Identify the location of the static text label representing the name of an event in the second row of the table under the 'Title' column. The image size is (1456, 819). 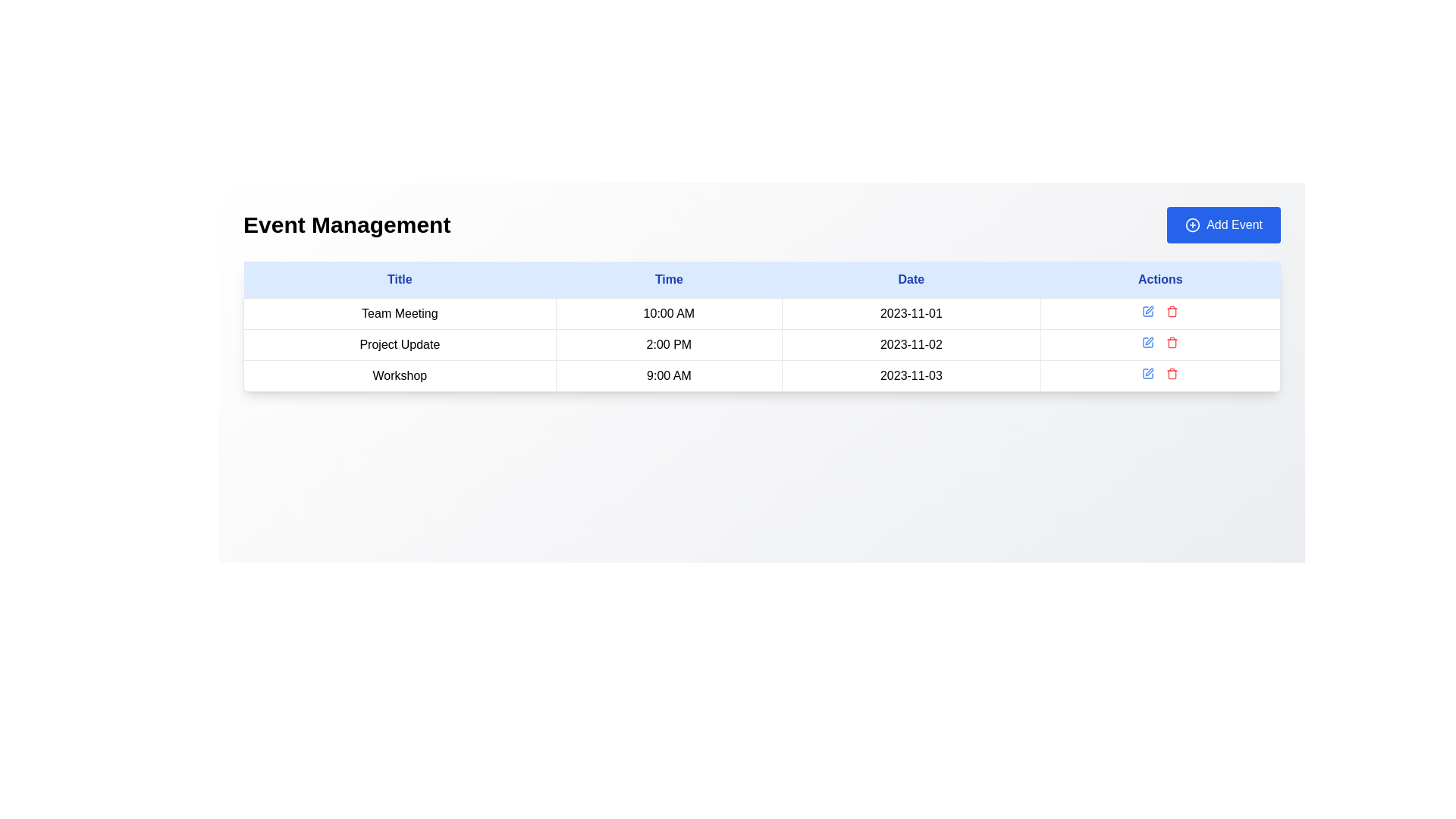
(400, 345).